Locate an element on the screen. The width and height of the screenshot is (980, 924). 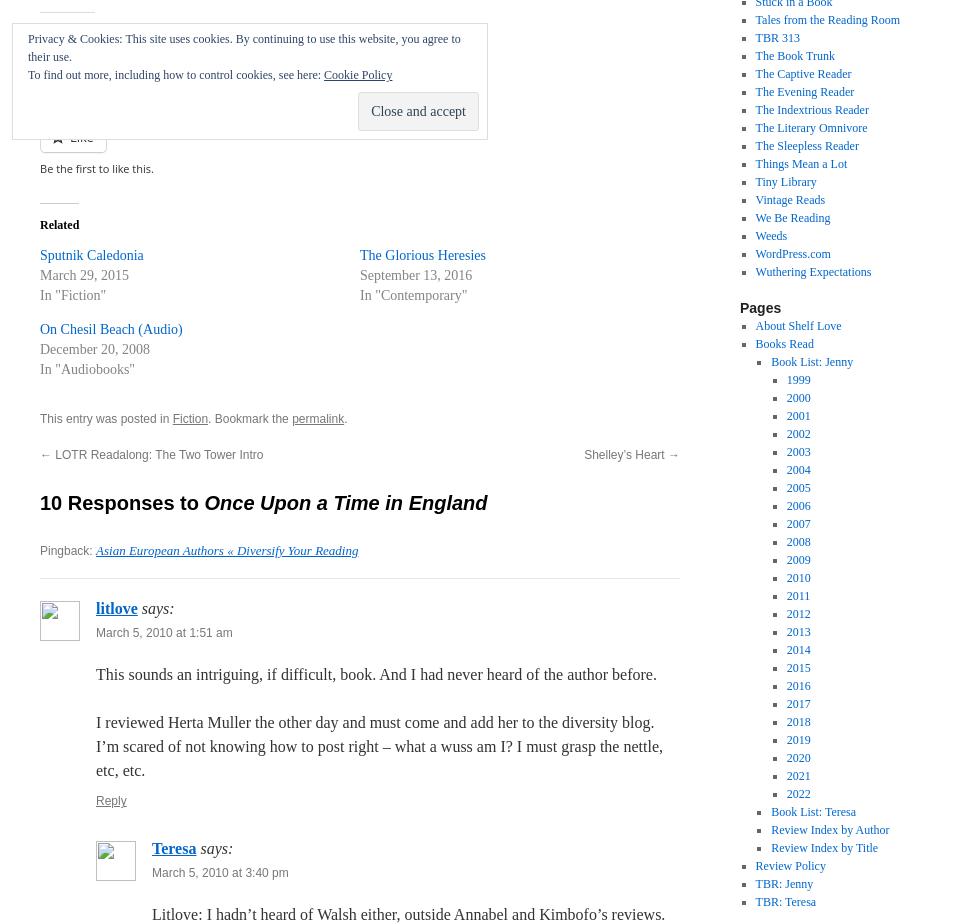
'2006' is located at coordinates (798, 505).